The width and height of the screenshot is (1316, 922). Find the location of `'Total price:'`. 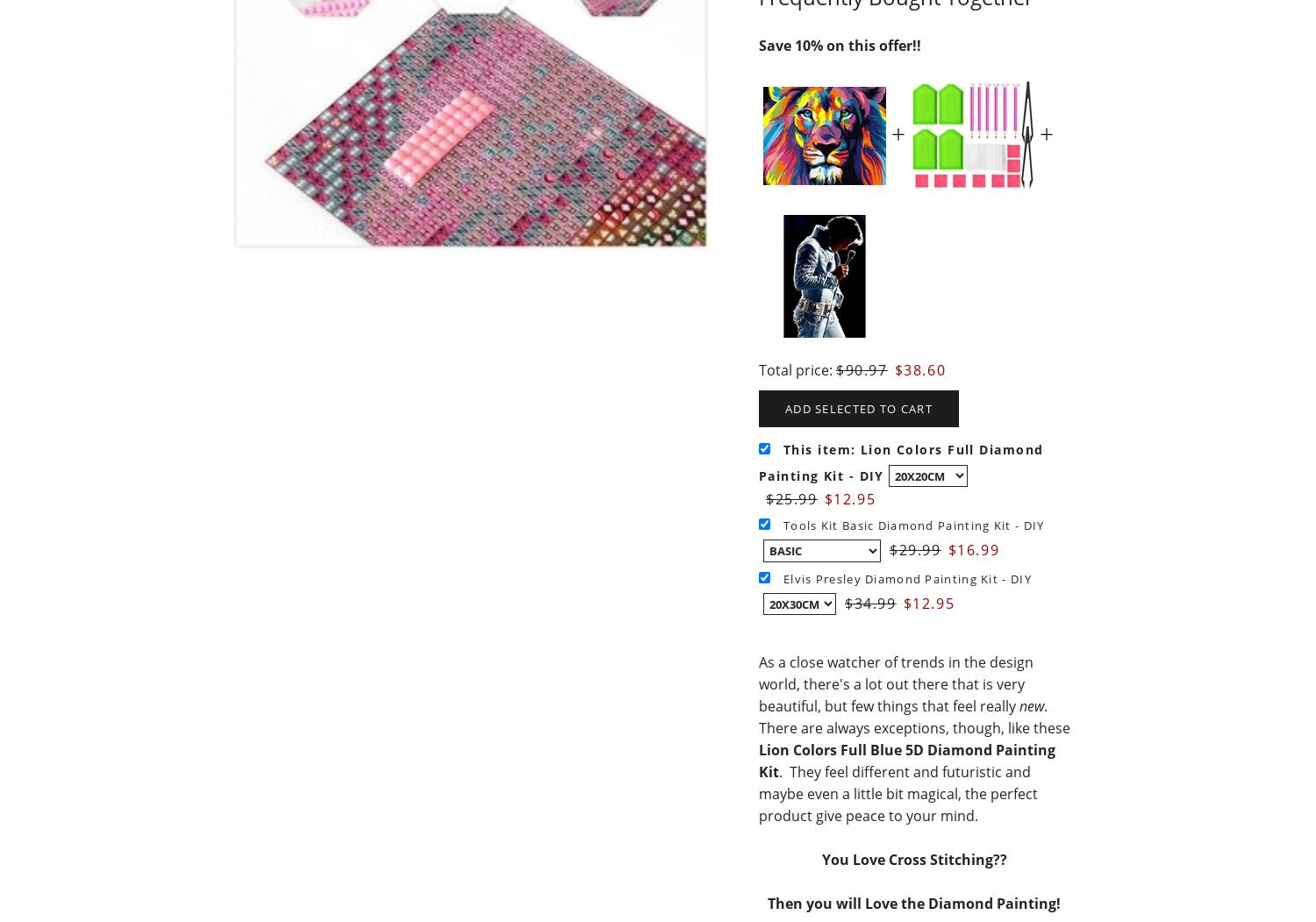

'Total price:' is located at coordinates (795, 369).